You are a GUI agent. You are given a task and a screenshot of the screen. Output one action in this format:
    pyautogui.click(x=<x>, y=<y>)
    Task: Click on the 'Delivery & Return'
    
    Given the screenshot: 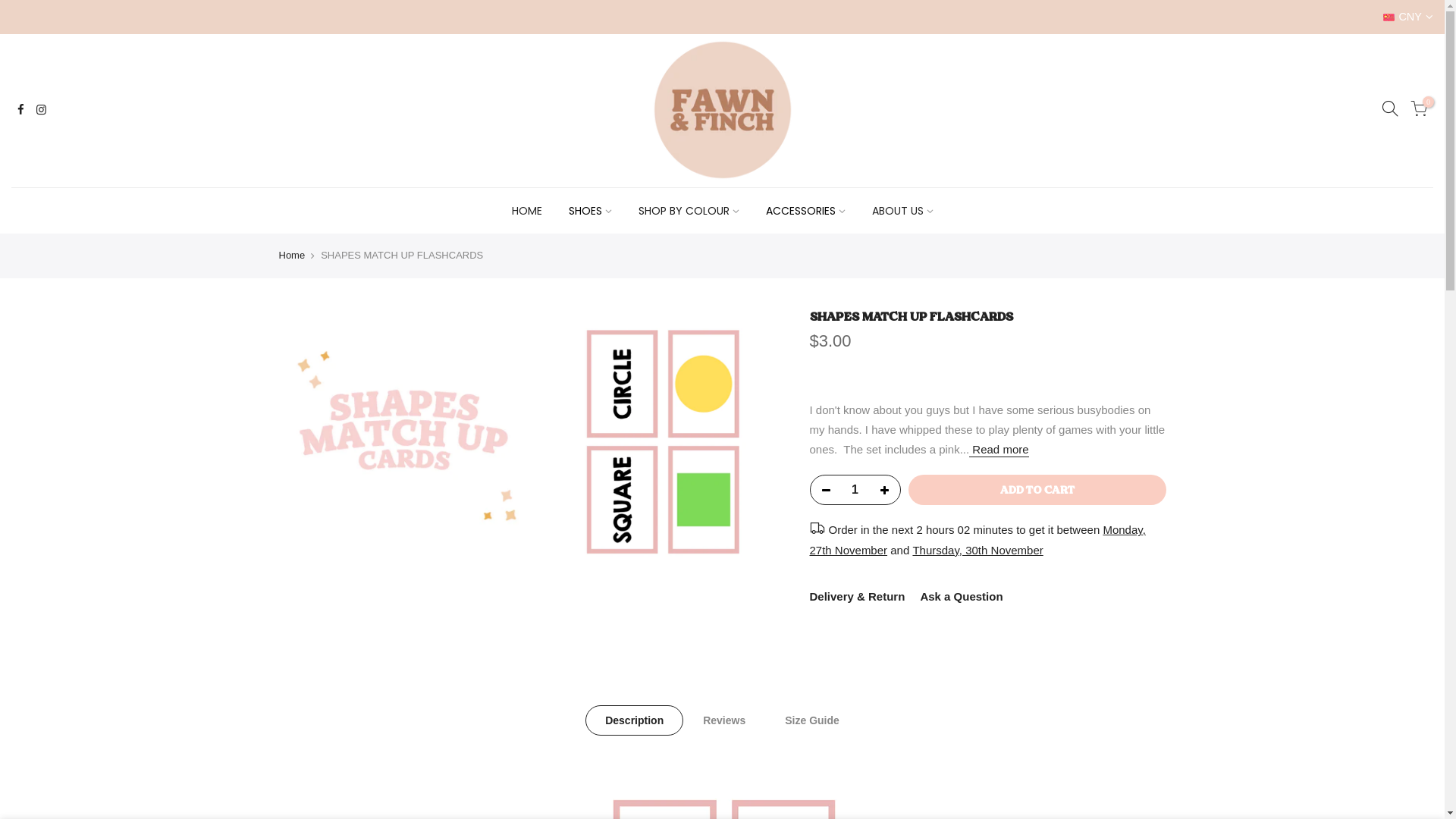 What is the action you would take?
    pyautogui.click(x=858, y=595)
    